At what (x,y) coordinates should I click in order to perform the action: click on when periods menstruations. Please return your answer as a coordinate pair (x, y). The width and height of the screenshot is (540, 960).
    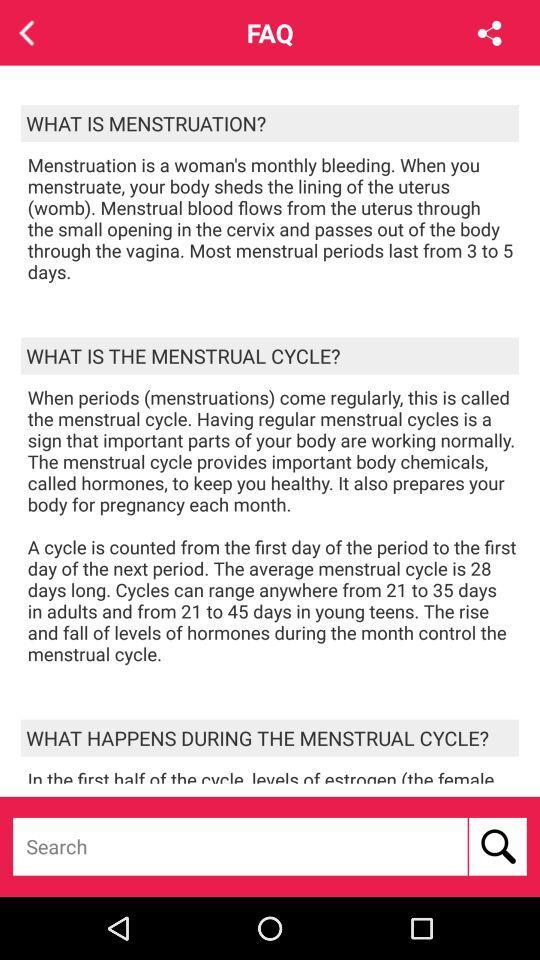
    Looking at the image, I should click on (272, 524).